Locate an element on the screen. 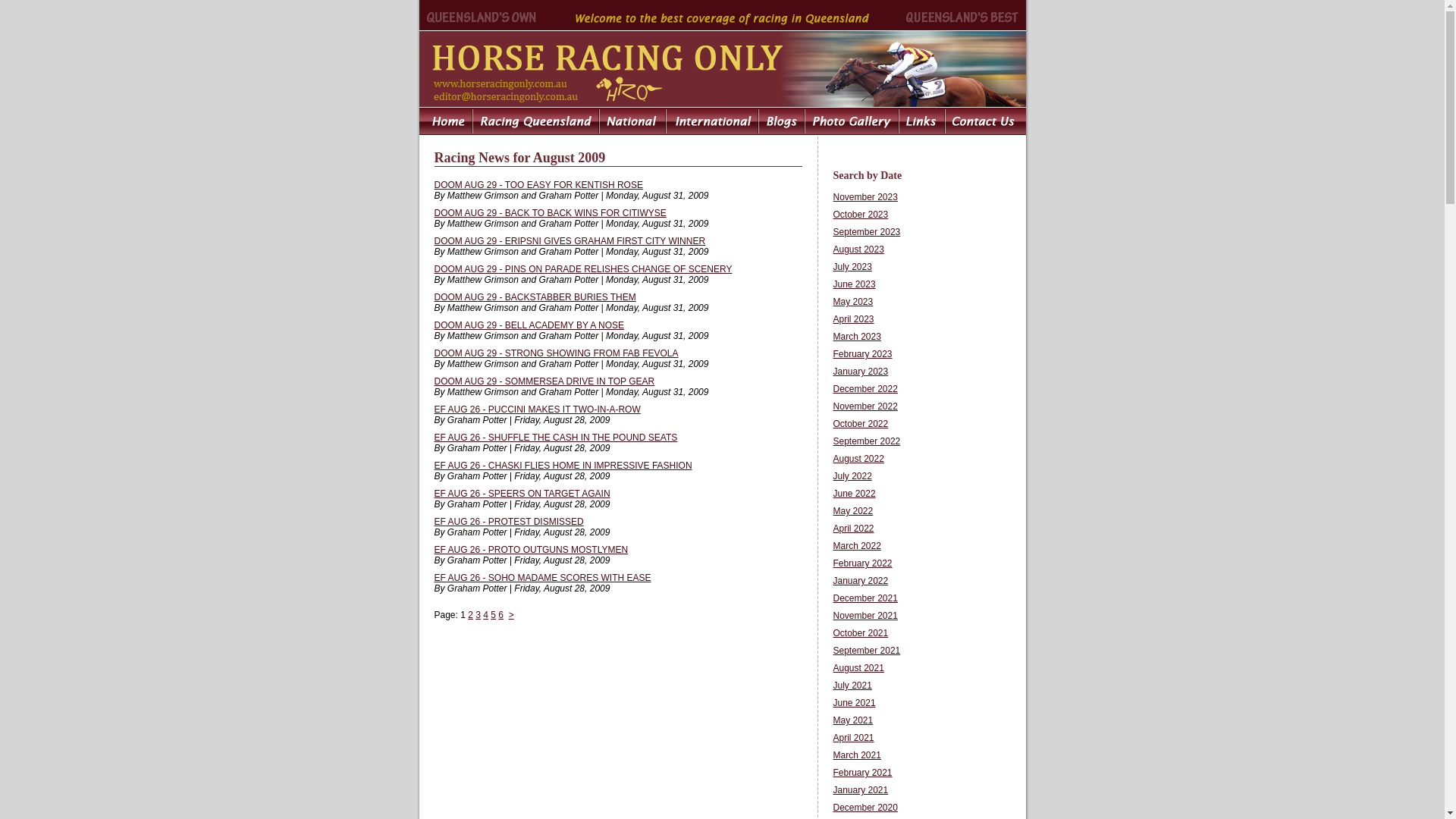  'EF AUG 26 - SPEERS ON TARGET AGAIN' is located at coordinates (521, 494).